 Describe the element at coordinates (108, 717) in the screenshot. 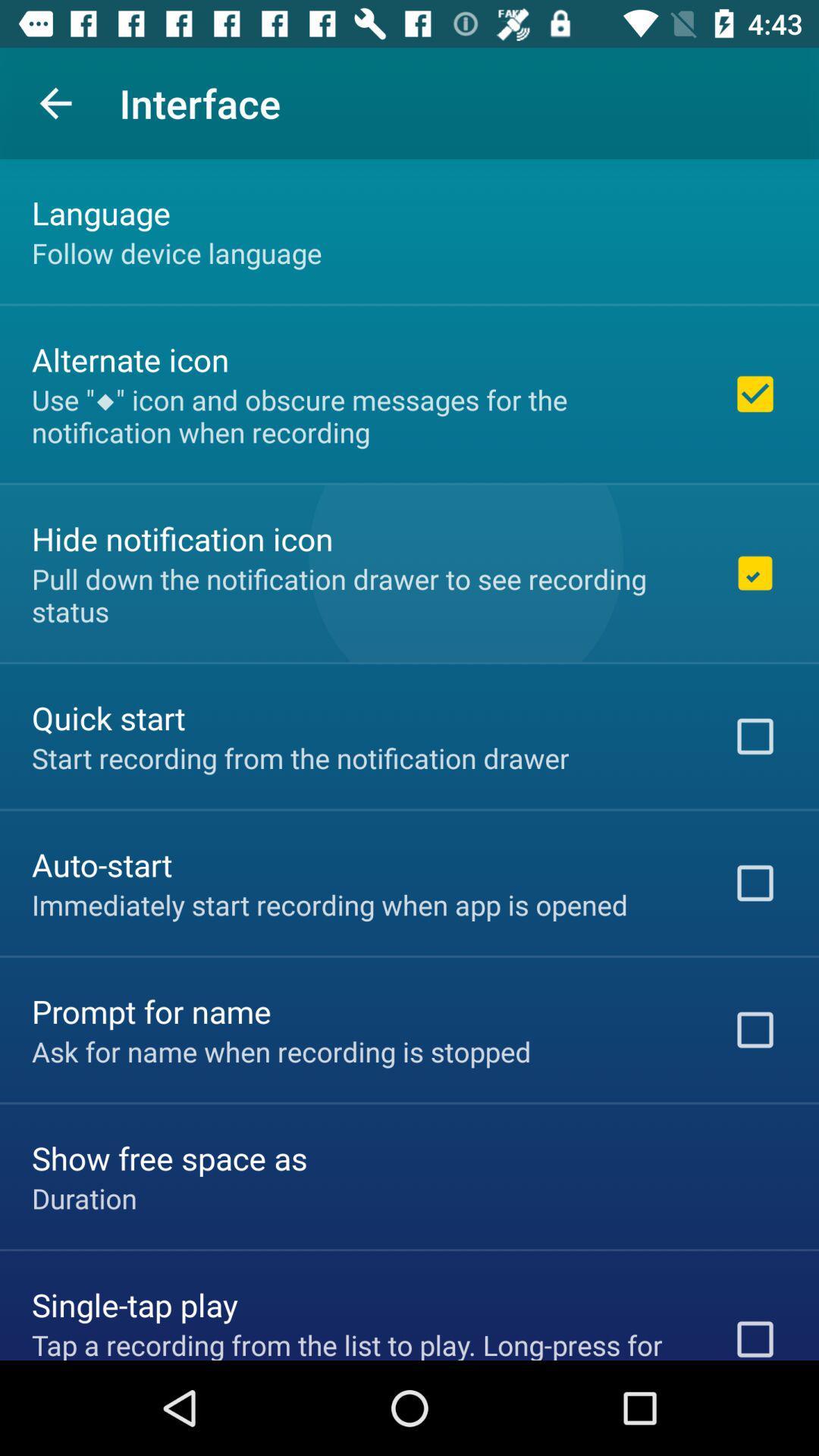

I see `quick start item` at that location.